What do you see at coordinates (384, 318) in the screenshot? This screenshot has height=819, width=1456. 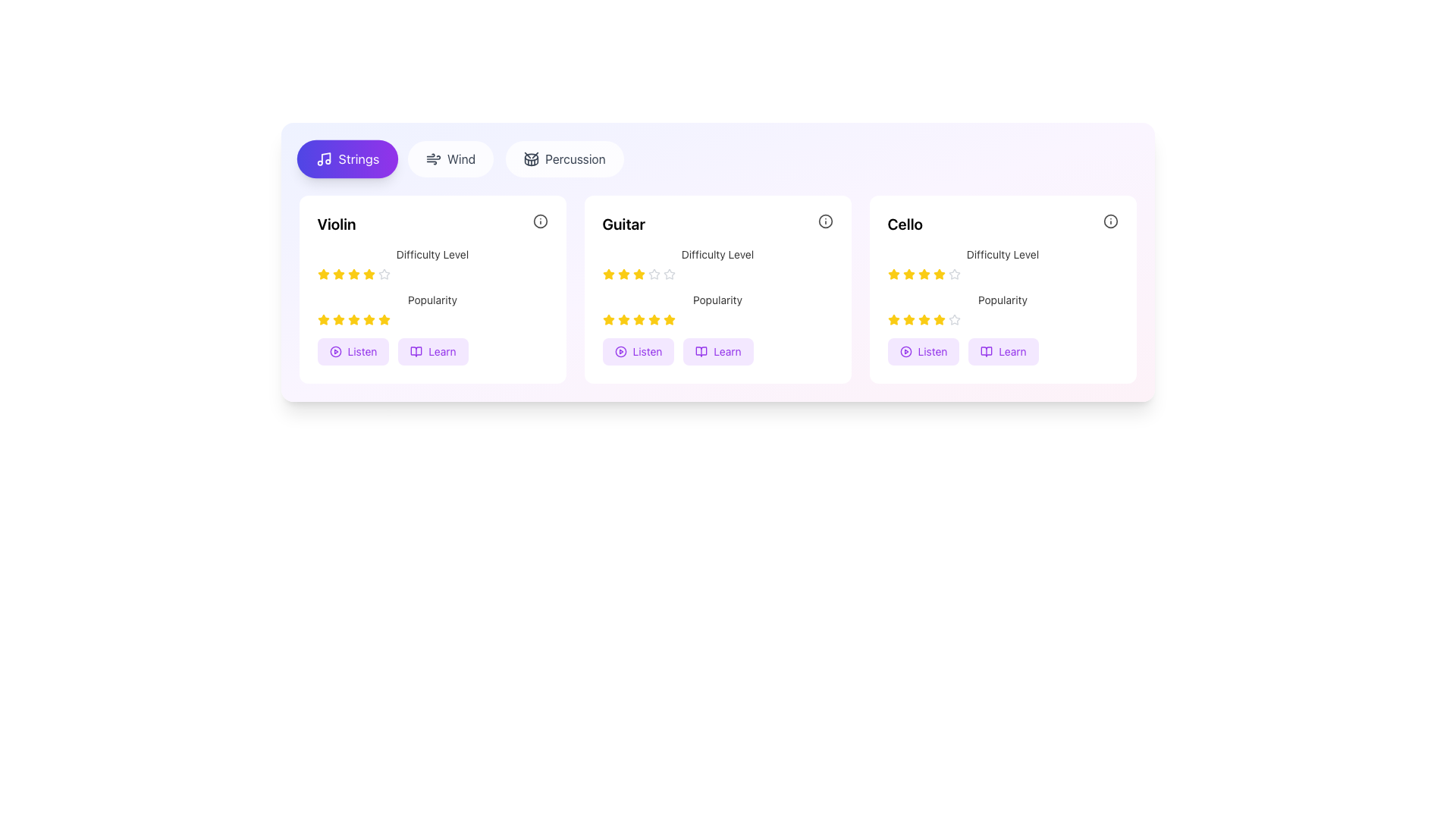 I see `the fifth star icon in the second row under the heading 'Popularity' within the 'Violin' card, which is the leftmost of three instrument cards` at bounding box center [384, 318].